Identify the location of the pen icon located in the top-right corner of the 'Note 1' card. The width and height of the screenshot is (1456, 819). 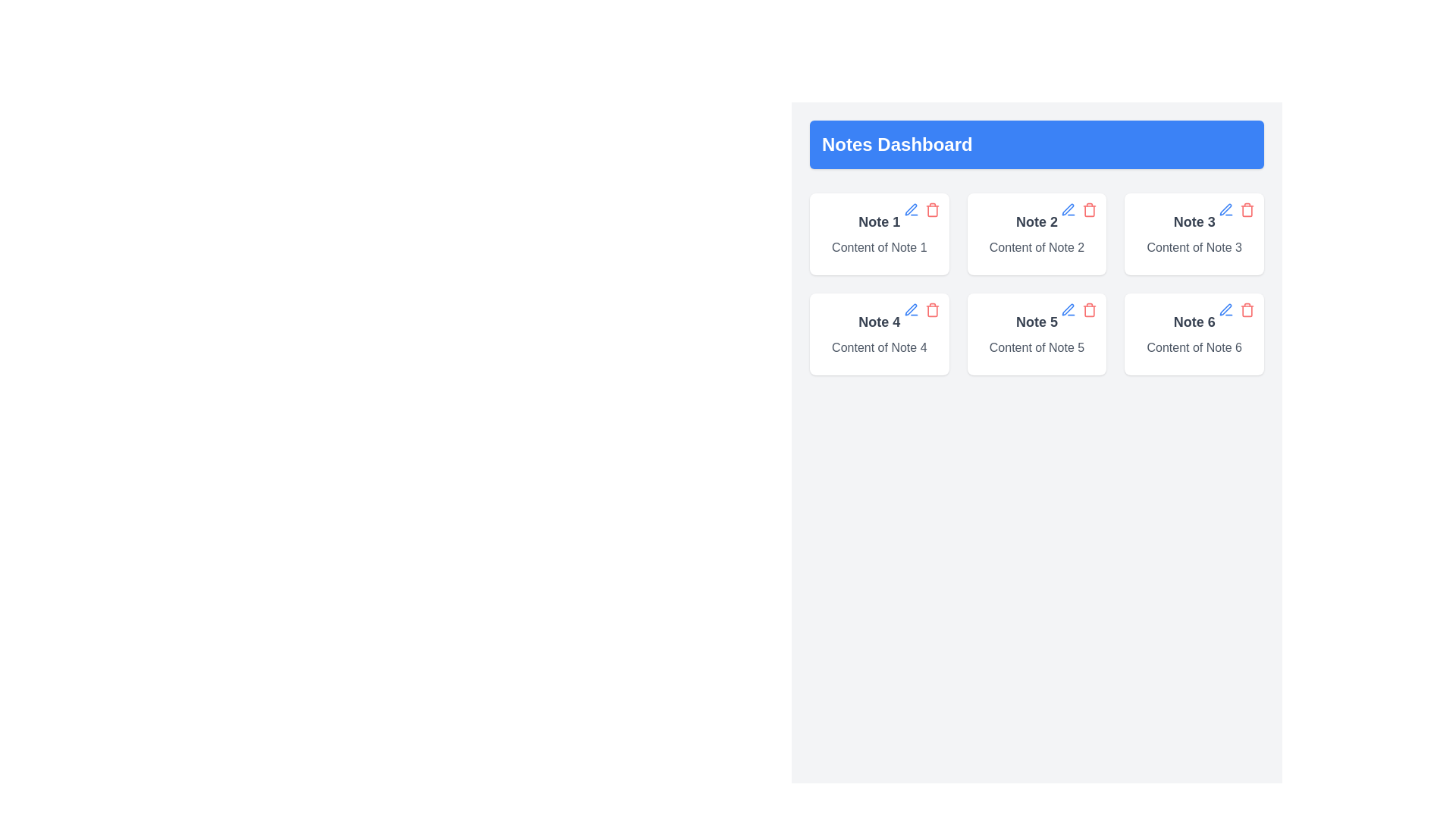
(1067, 309).